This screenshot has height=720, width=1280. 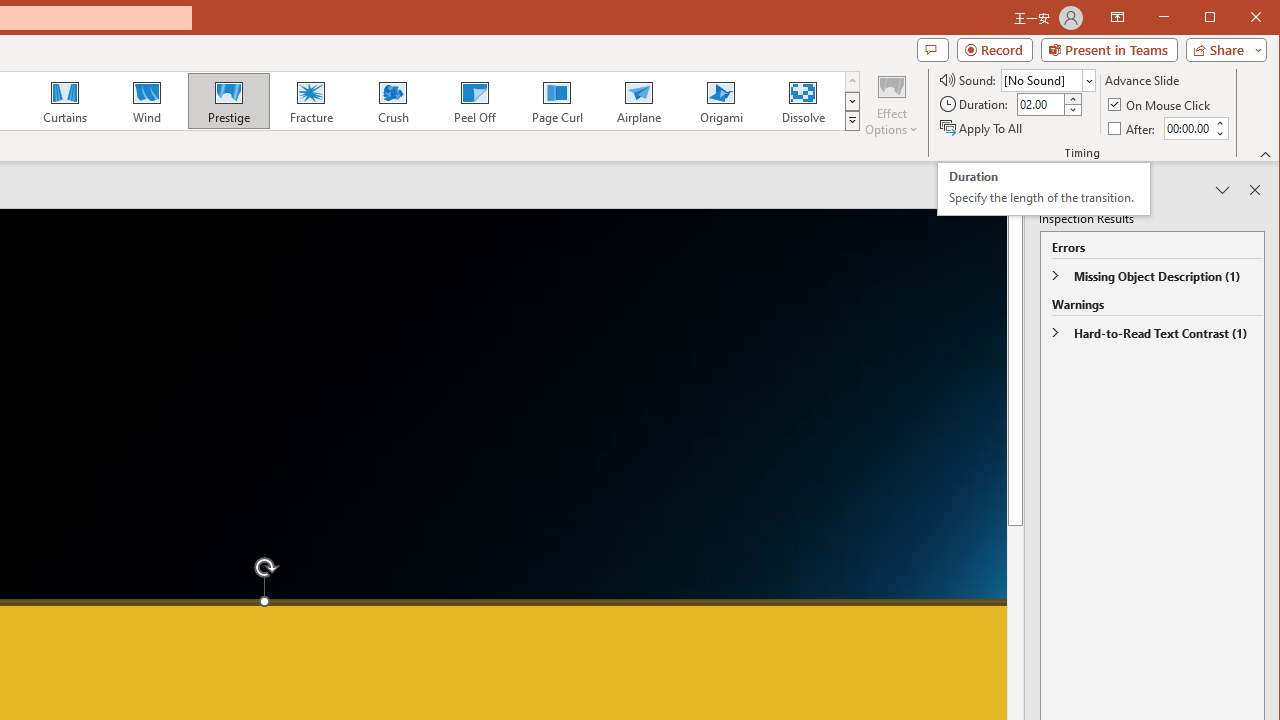 What do you see at coordinates (310, 100) in the screenshot?
I see `'Fracture'` at bounding box center [310, 100].